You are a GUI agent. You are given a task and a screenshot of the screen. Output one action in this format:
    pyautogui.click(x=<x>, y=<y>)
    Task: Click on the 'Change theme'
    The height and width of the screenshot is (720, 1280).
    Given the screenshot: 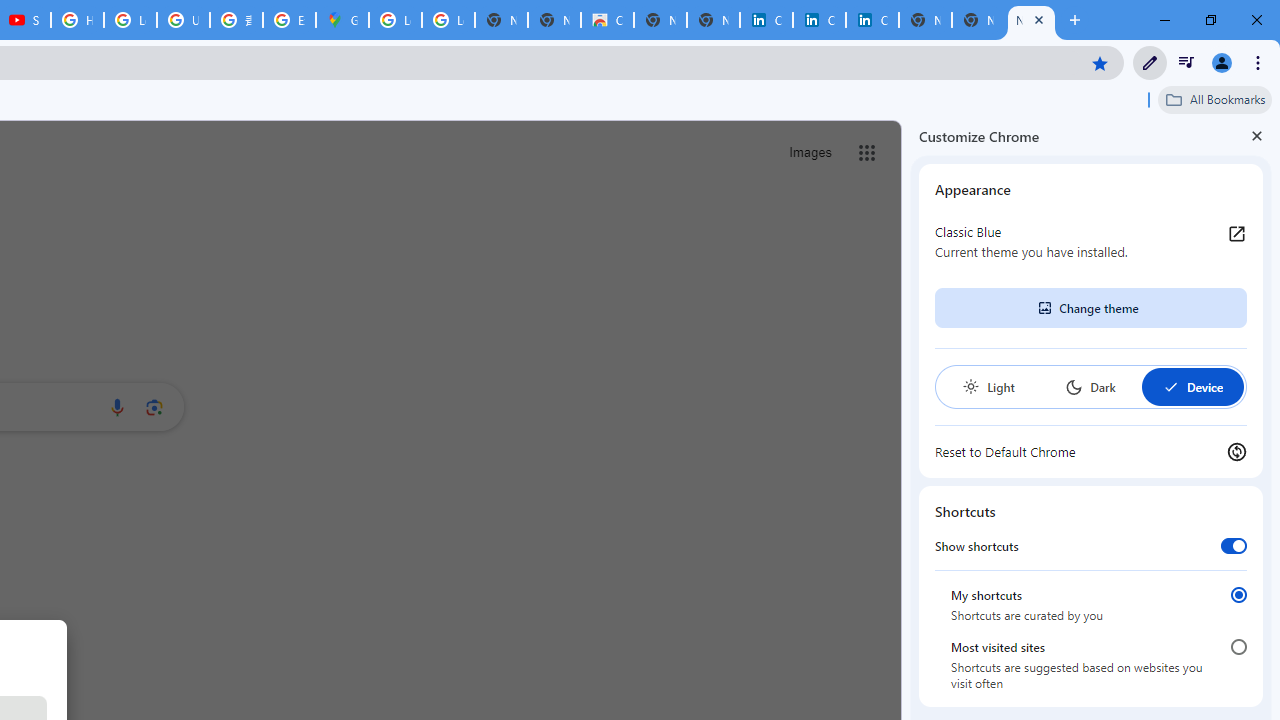 What is the action you would take?
    pyautogui.click(x=1089, y=308)
    